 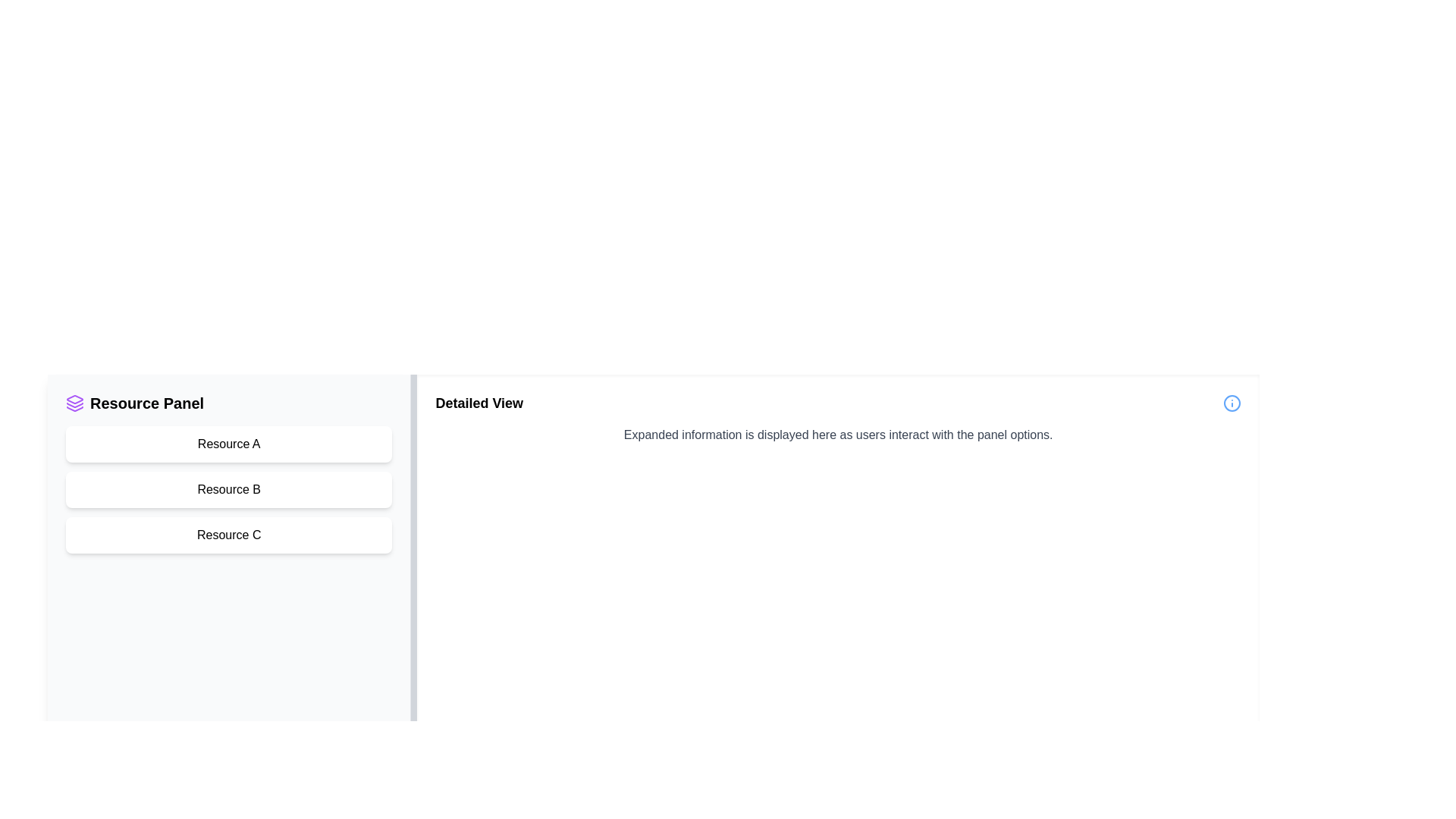 What do you see at coordinates (1232, 403) in the screenshot?
I see `the 'info' icon located in the upper-right corner of the 'Detailed View' section` at bounding box center [1232, 403].